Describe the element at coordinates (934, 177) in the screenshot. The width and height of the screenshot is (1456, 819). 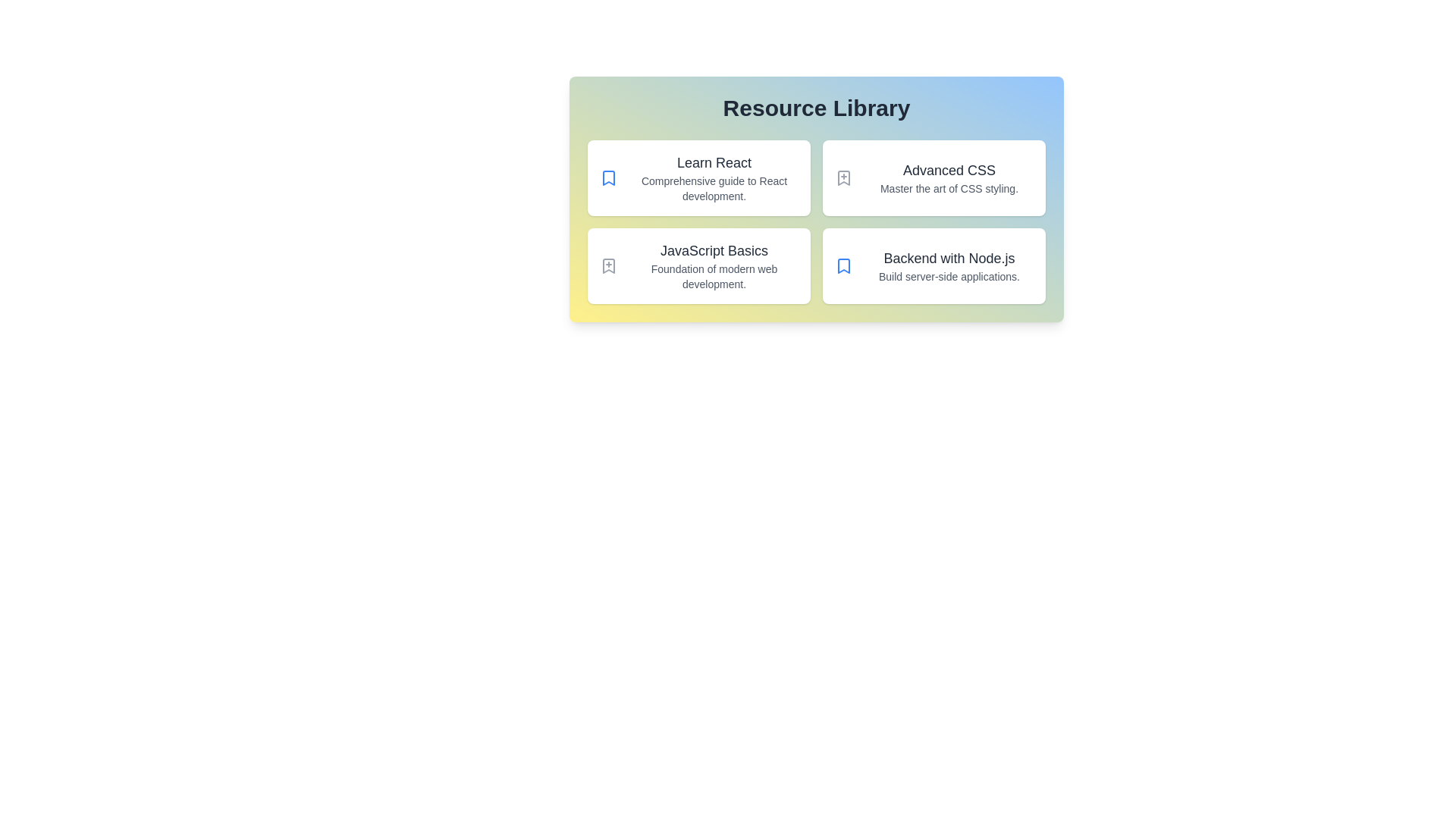
I see `the resource card titled Advanced CSS` at that location.